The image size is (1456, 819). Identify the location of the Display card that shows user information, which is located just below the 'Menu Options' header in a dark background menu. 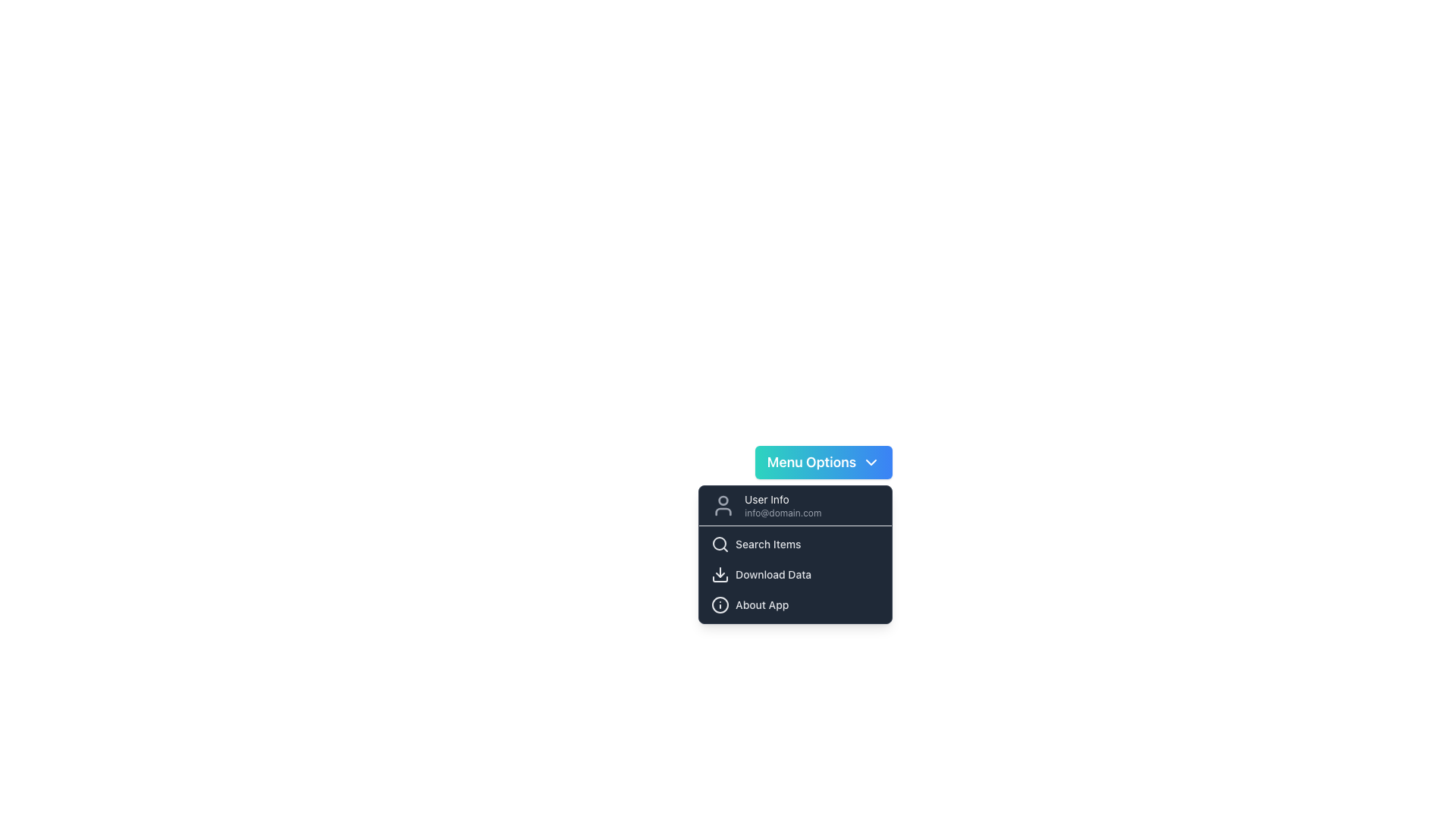
(795, 506).